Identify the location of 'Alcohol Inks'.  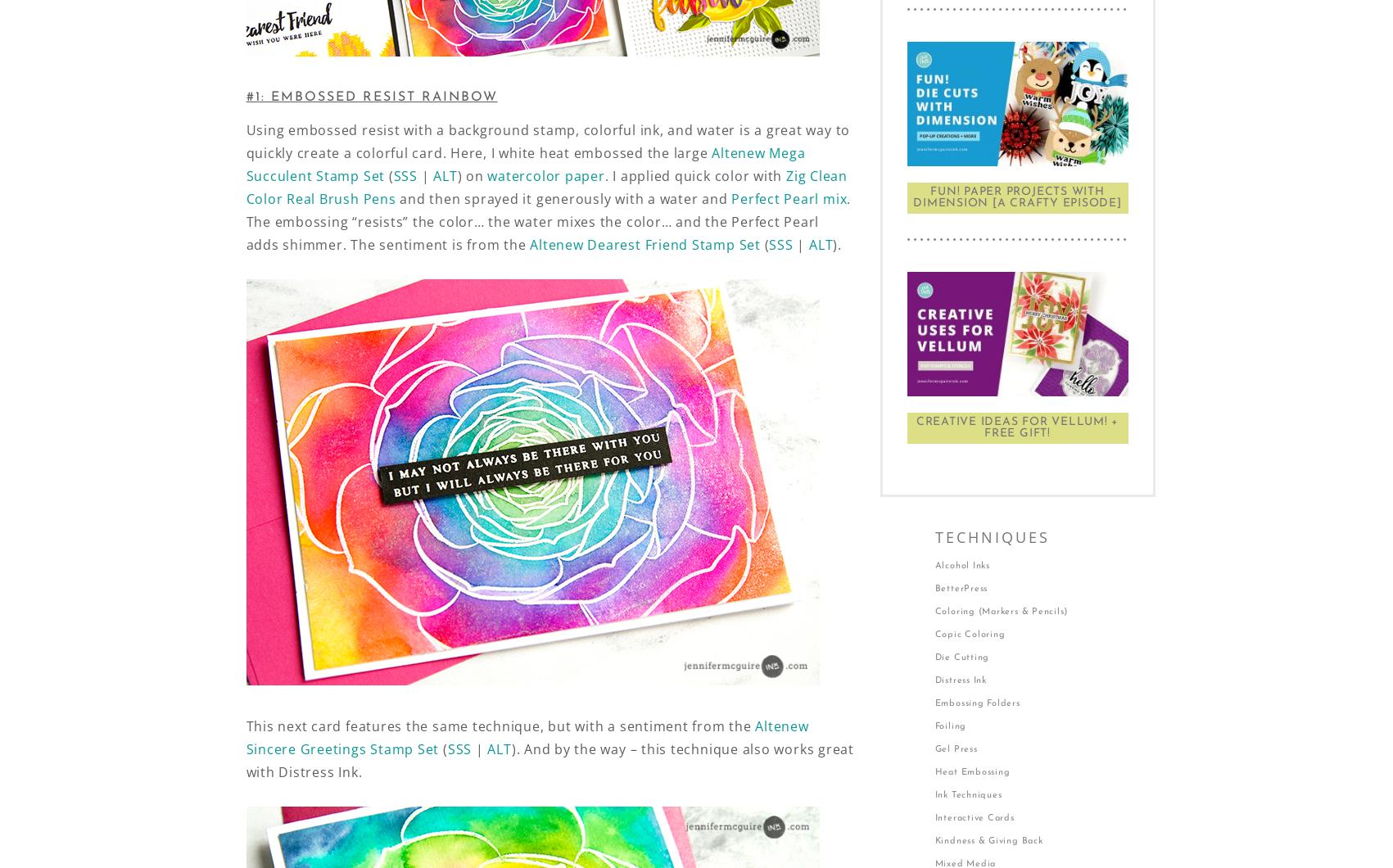
(961, 565).